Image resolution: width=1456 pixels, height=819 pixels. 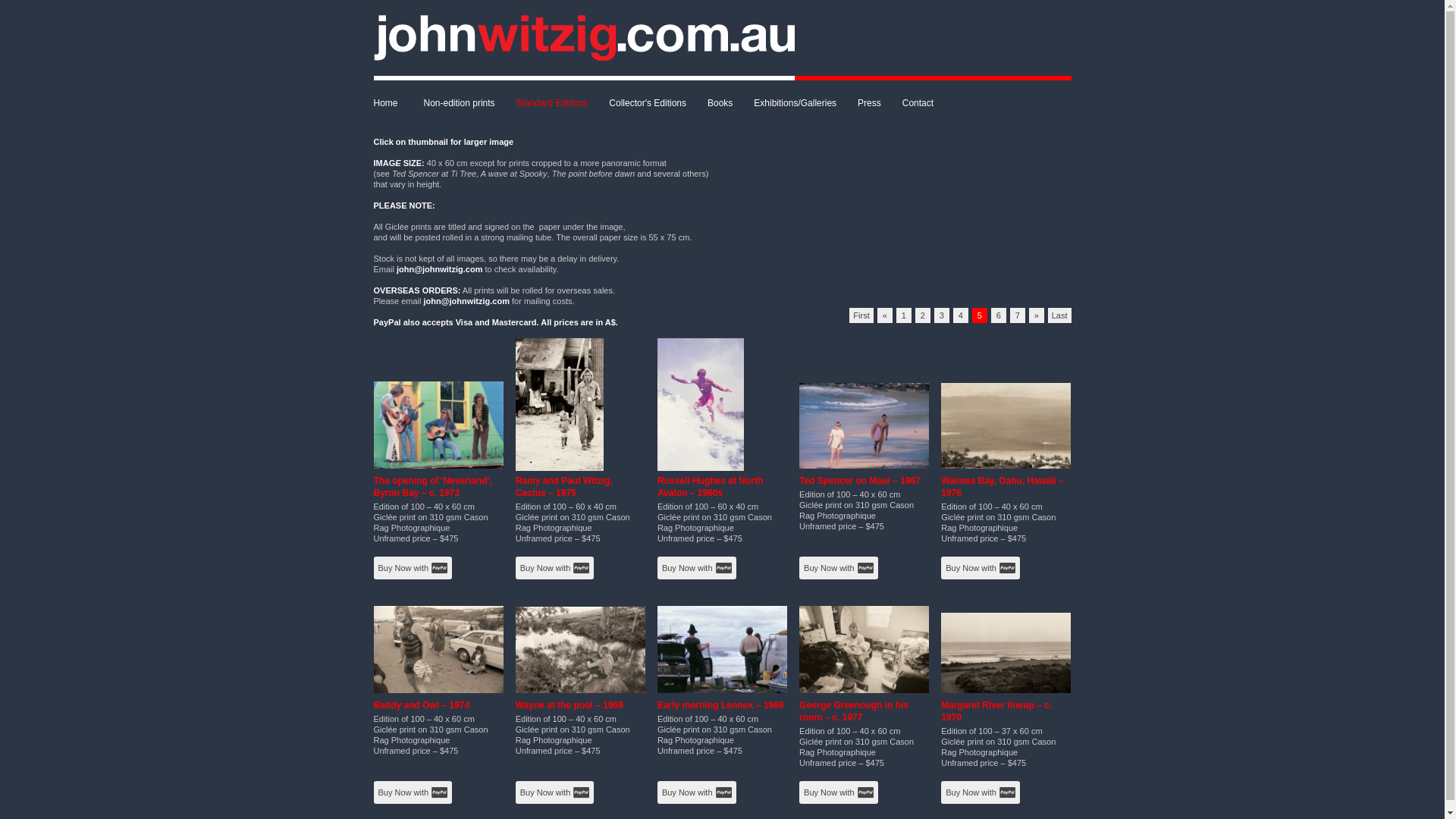 I want to click on 'Last', so click(x=1059, y=315).